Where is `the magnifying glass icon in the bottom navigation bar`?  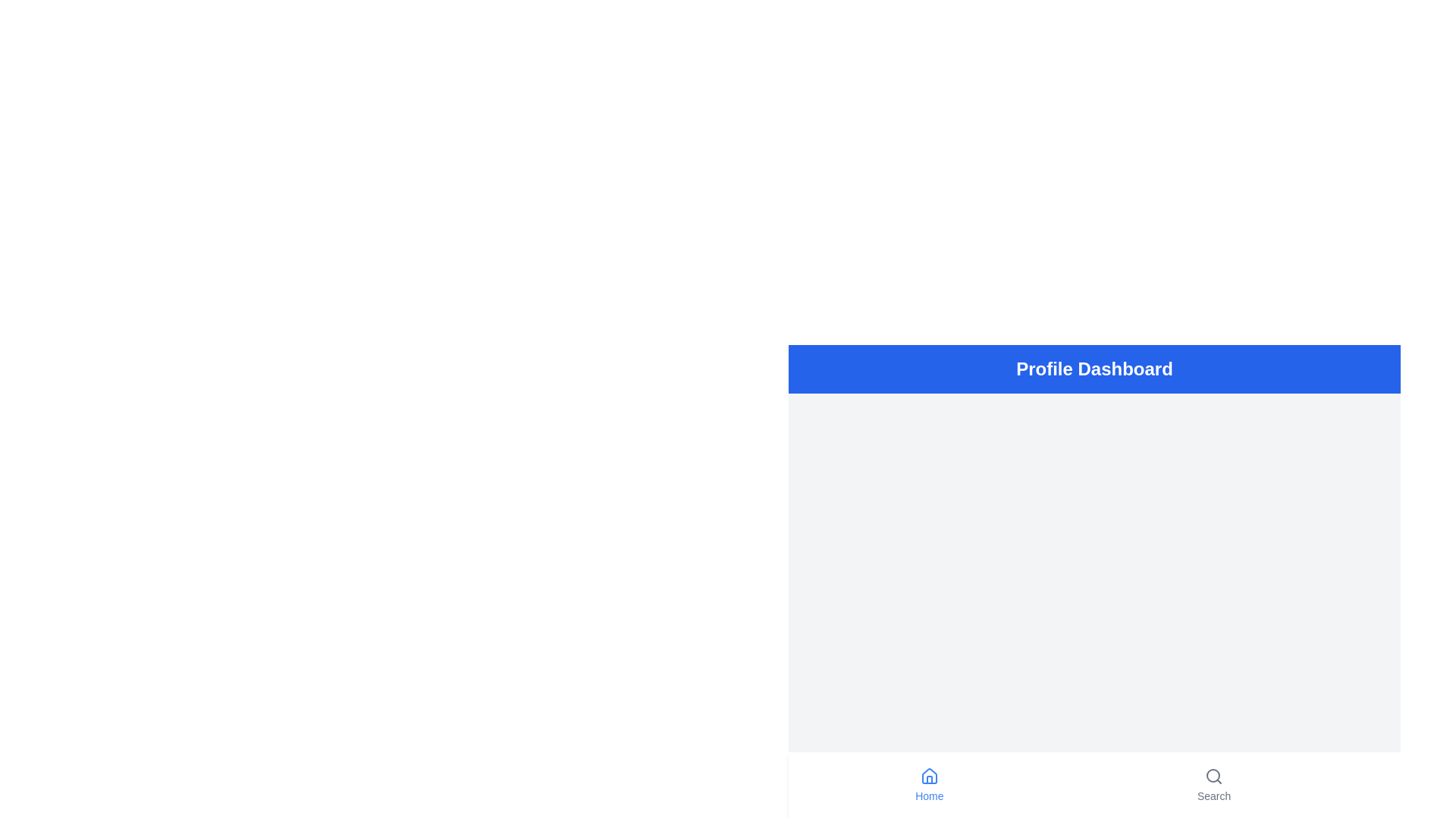 the magnifying glass icon in the bottom navigation bar is located at coordinates (1214, 776).